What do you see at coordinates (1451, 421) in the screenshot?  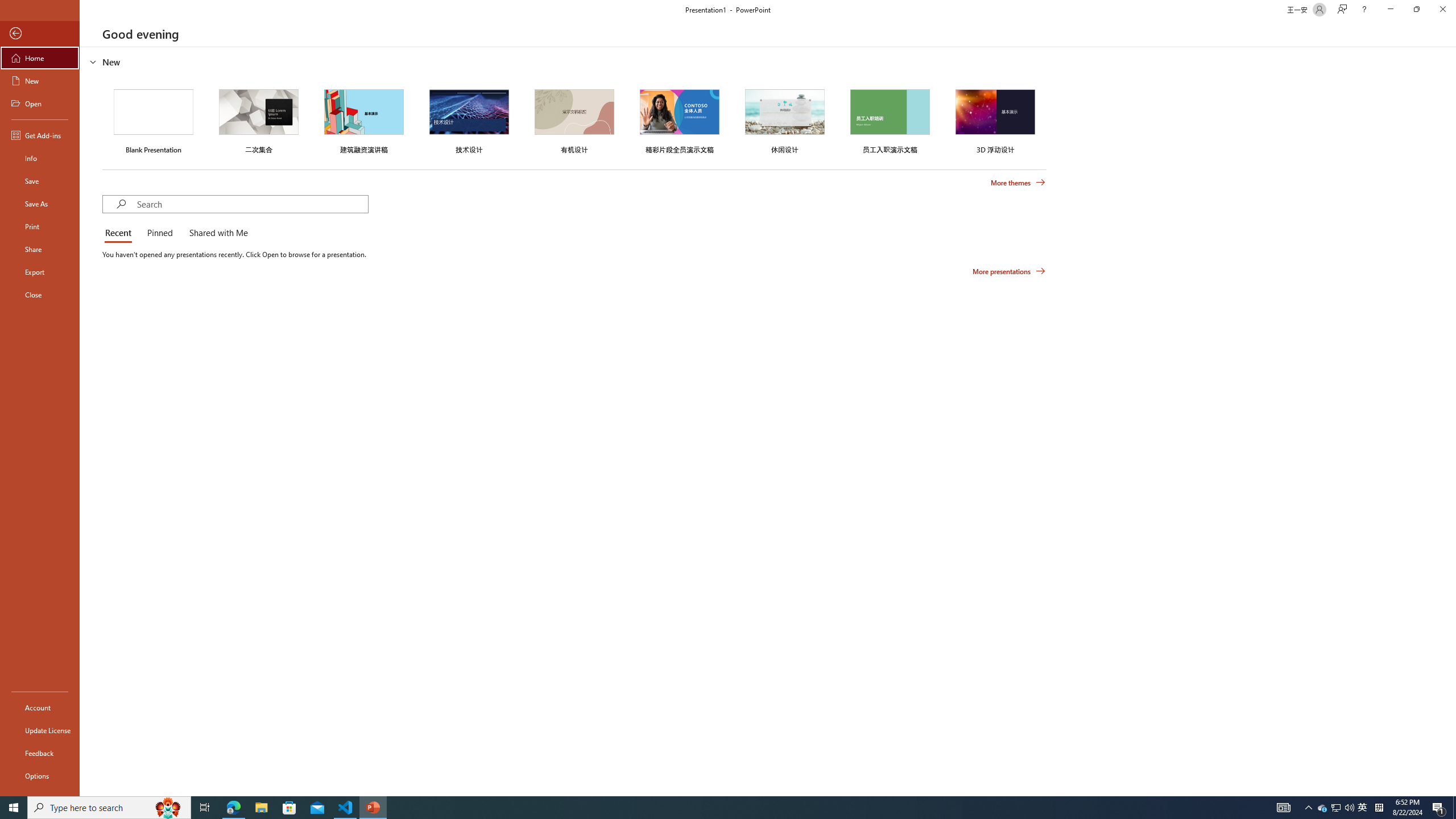 I see `'Class: NetUIScrollBar'` at bounding box center [1451, 421].